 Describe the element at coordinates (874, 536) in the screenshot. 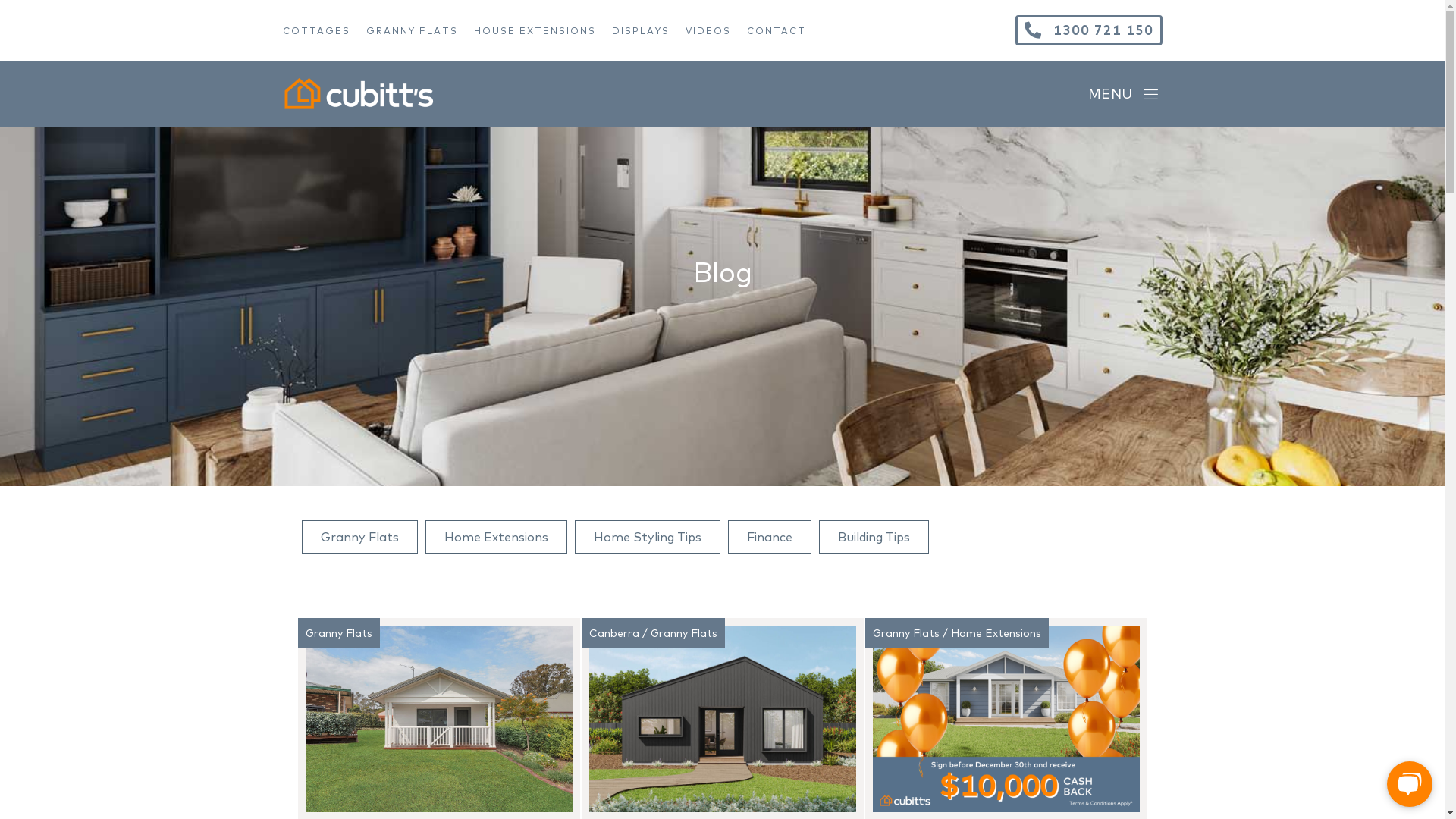

I see `'Building Tips'` at that location.